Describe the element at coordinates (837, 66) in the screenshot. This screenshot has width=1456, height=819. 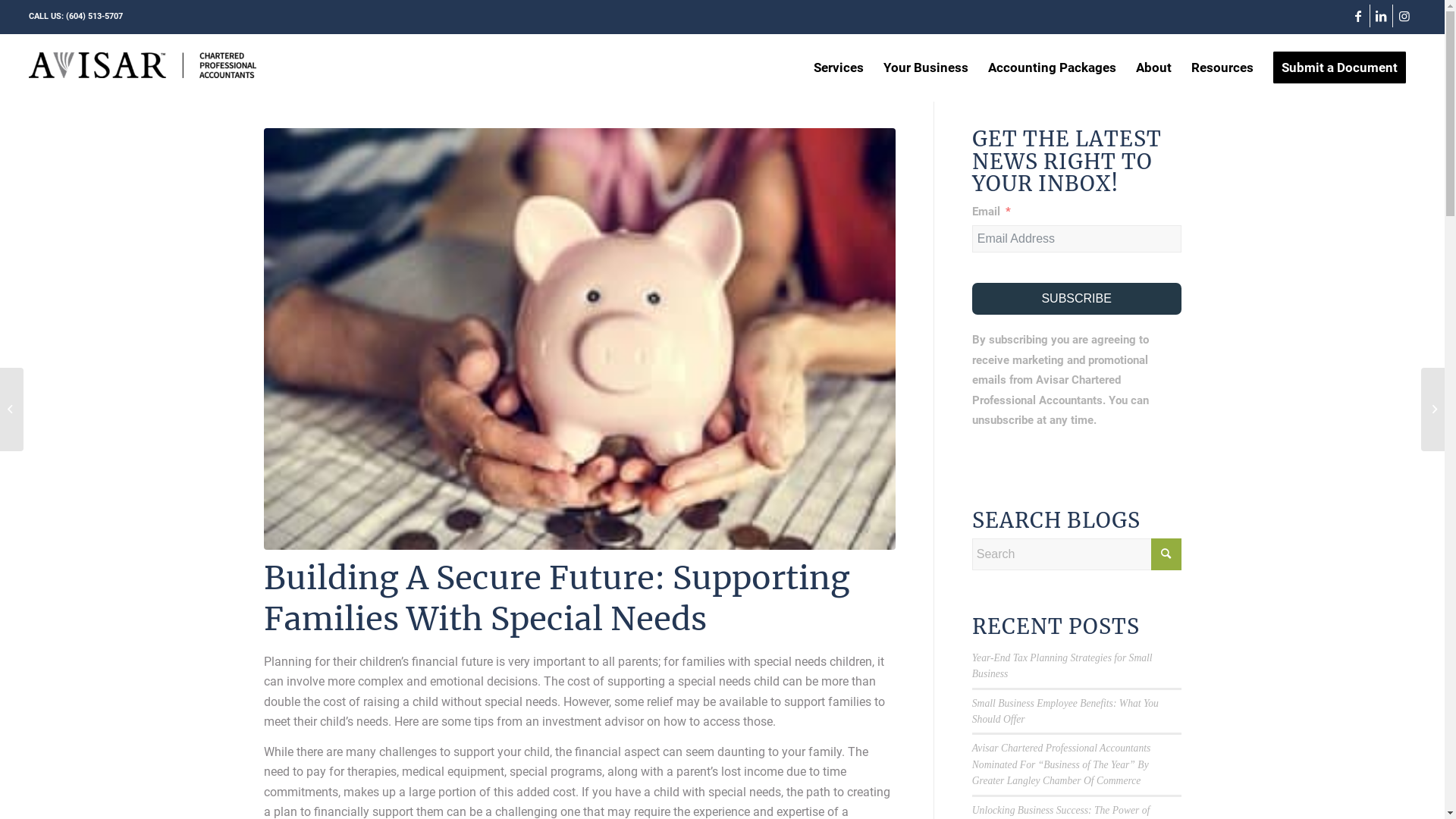
I see `'Services'` at that location.